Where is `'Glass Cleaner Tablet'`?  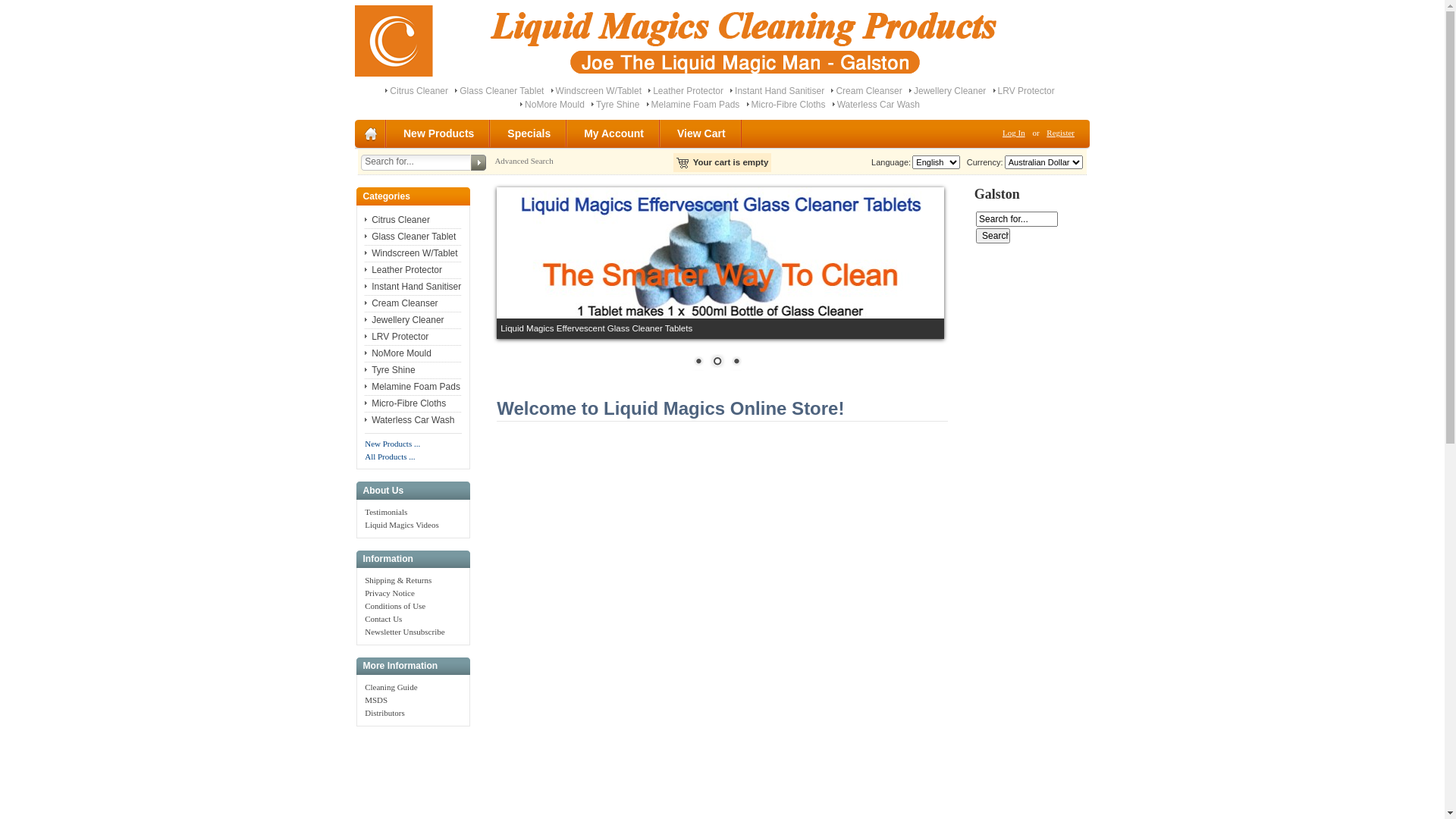
'Glass Cleaner Tablet' is located at coordinates (454, 90).